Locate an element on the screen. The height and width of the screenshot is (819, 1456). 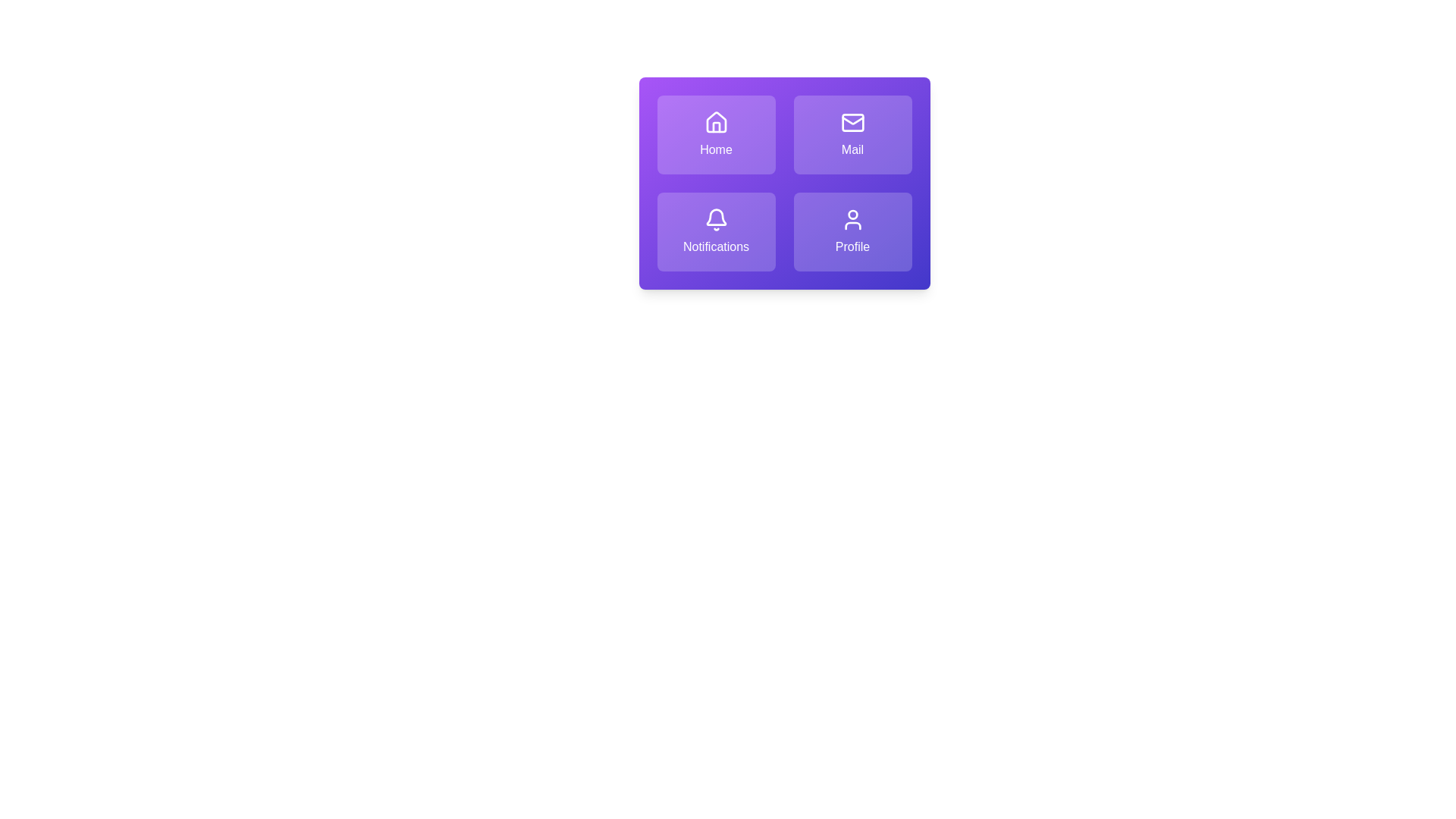
the tile labeled Profile to observe its hover effect is located at coordinates (852, 231).